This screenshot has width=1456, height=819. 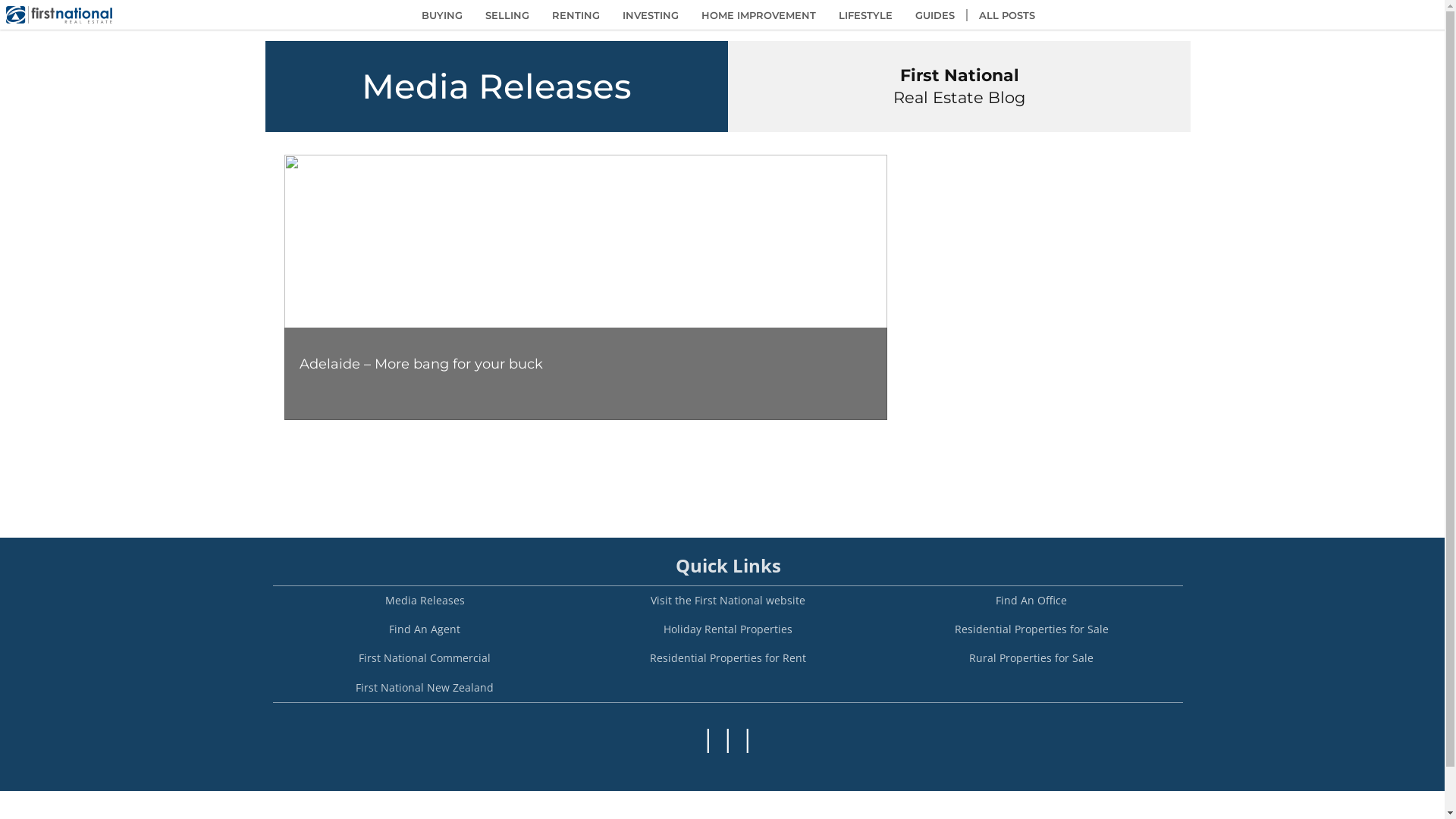 I want to click on 'RENTING', so click(x=574, y=14).